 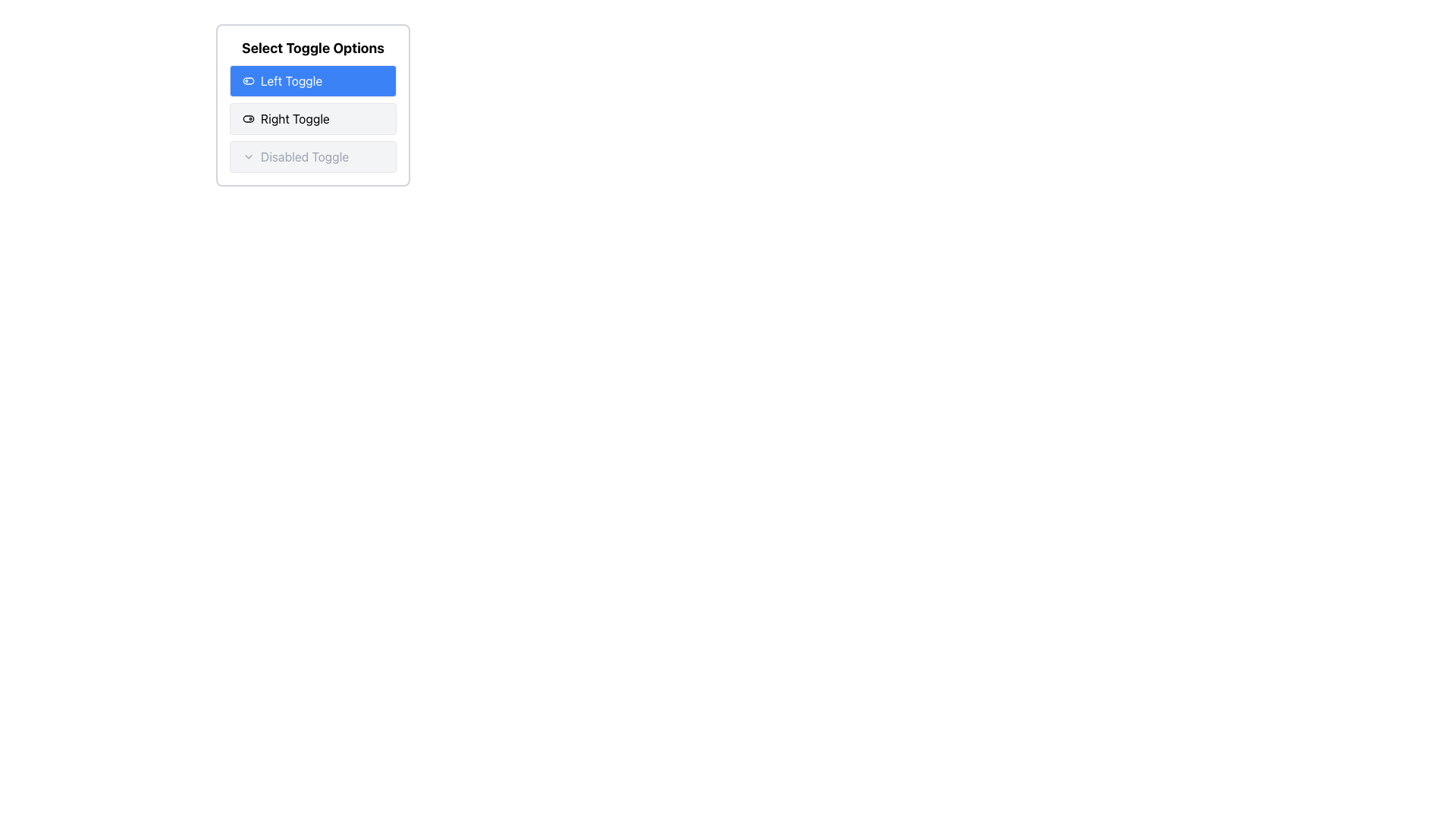 What do you see at coordinates (312, 157) in the screenshot?
I see `the disabled toggle button, which is the third option in a vertically stacked list of toggle options, visually indicated by grayed-out styling` at bounding box center [312, 157].